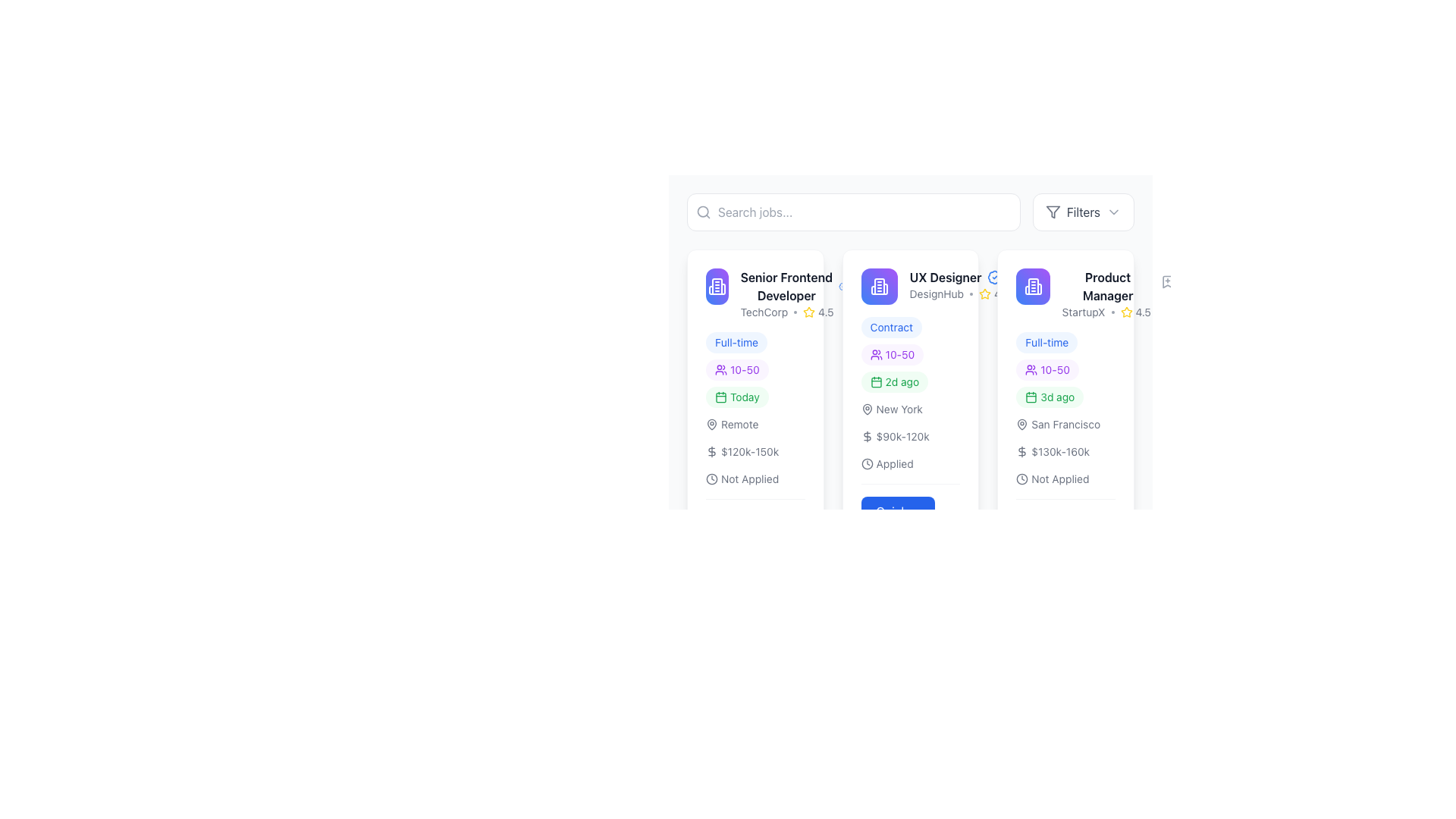  Describe the element at coordinates (1023, 281) in the screenshot. I see `the icon button located at the top-right corner of the card, below the text 'Product Manager' and 'StartupX'` at that location.